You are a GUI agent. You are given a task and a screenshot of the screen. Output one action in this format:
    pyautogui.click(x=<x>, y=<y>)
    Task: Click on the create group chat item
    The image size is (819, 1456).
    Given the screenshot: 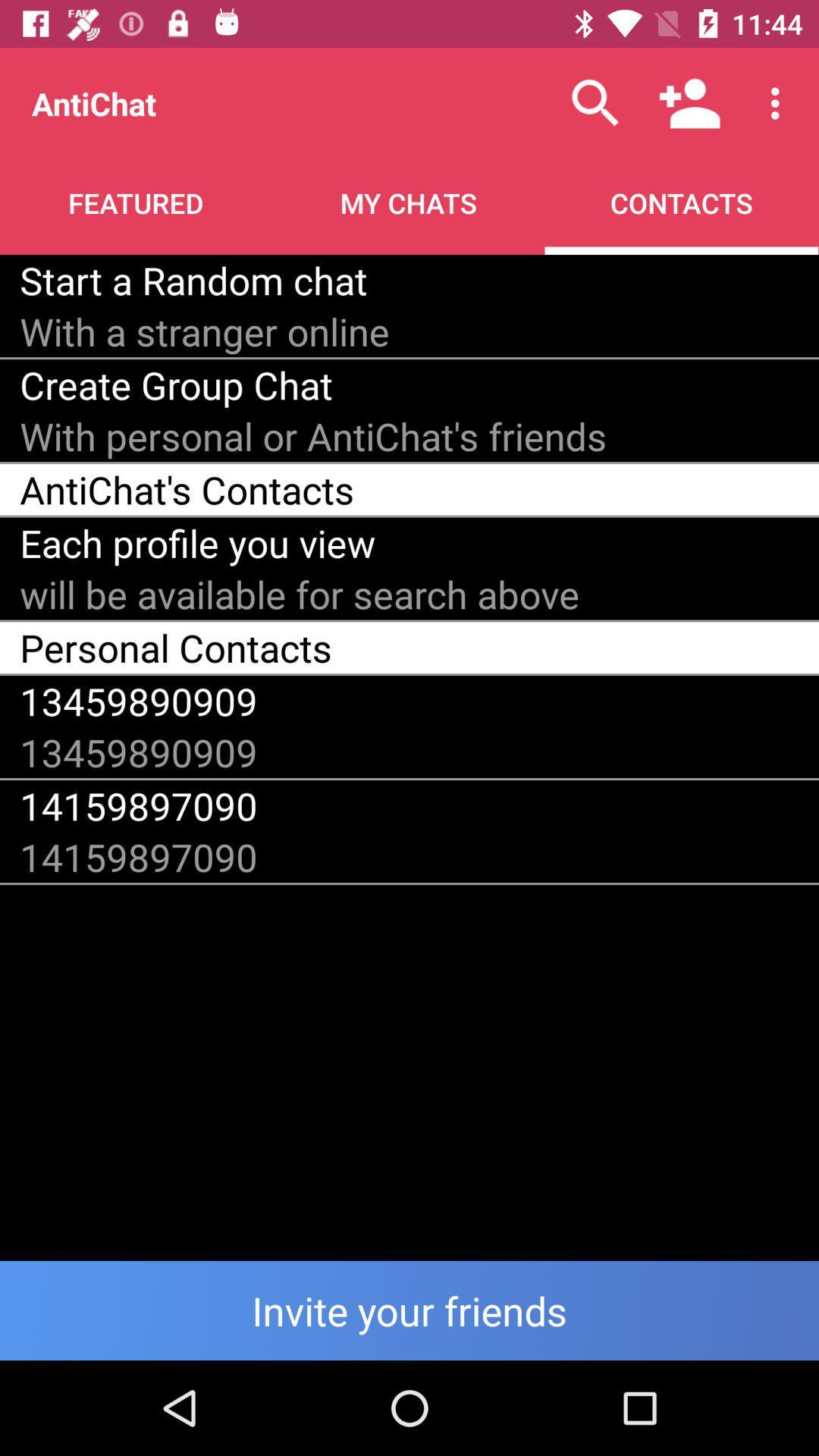 What is the action you would take?
    pyautogui.click(x=175, y=384)
    